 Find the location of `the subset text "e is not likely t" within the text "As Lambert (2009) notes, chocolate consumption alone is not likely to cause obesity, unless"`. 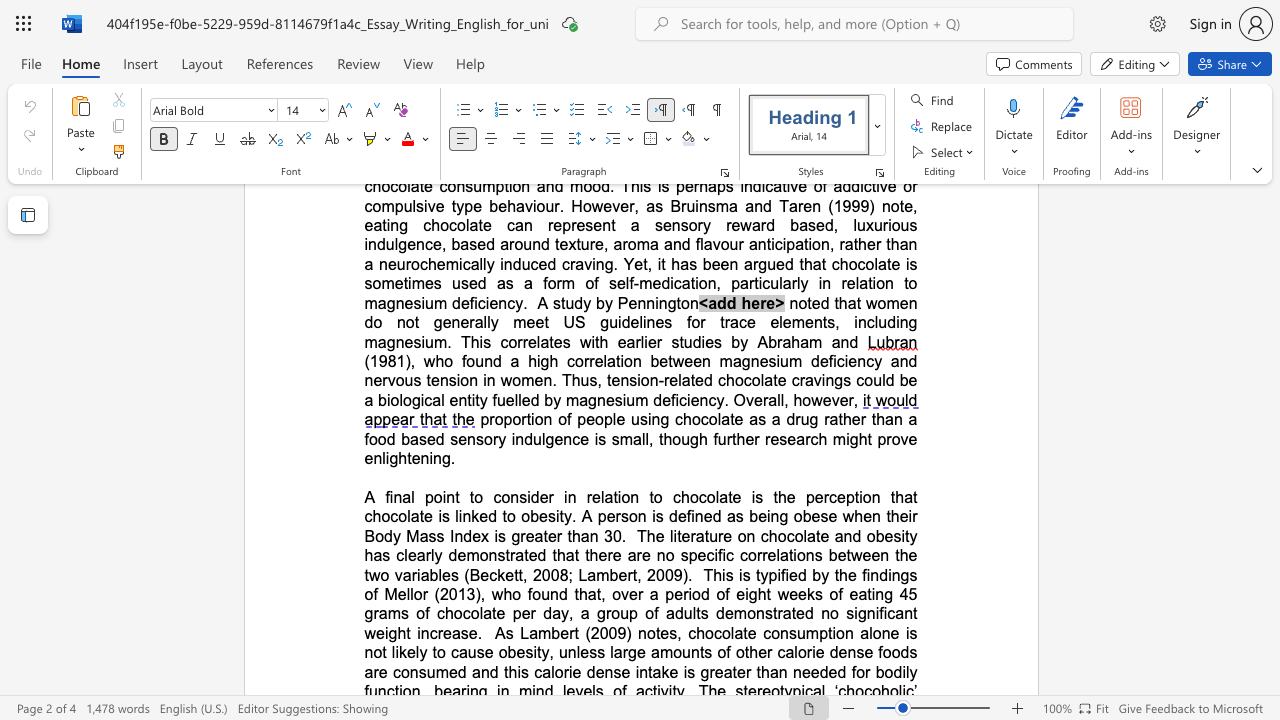

the subset text "e is not likely t" within the text "As Lambert (2009) notes, chocolate consumption alone is not likely to cause obesity, unless" is located at coordinates (889, 633).